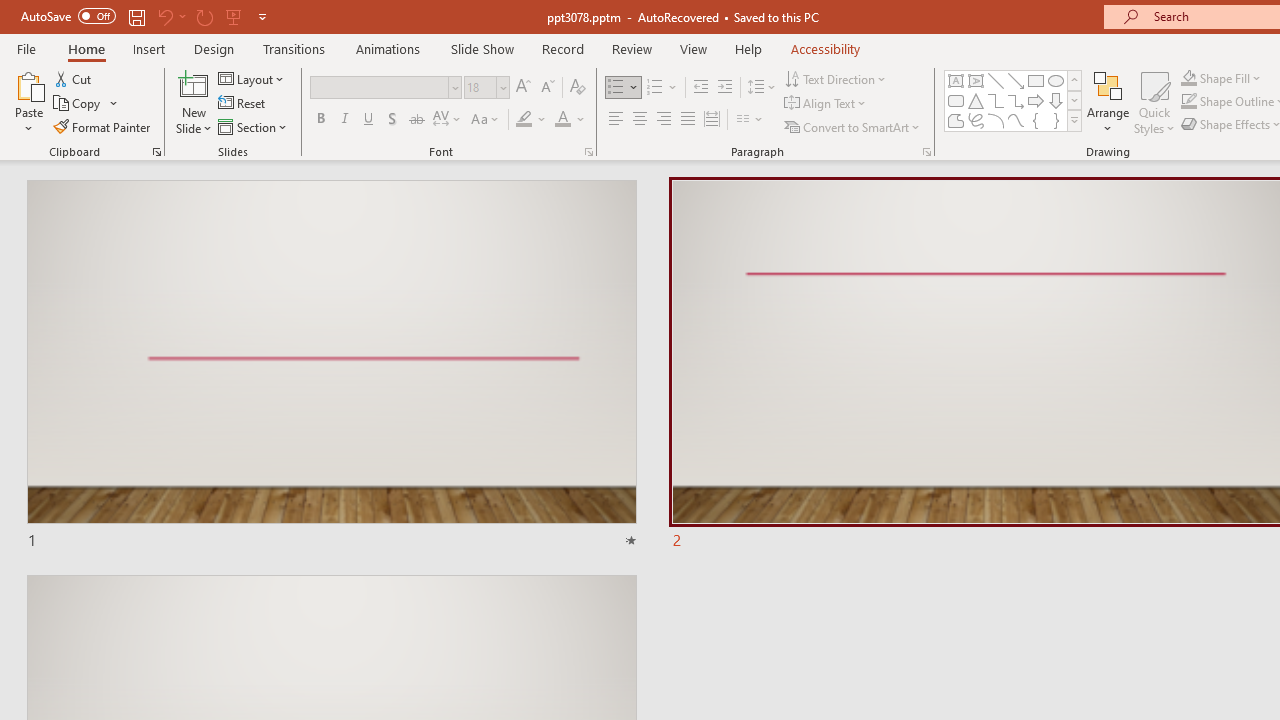 The height and width of the screenshot is (720, 1280). What do you see at coordinates (1014, 100) in the screenshot?
I see `'AutomationID: ShapesInsertGallery'` at bounding box center [1014, 100].